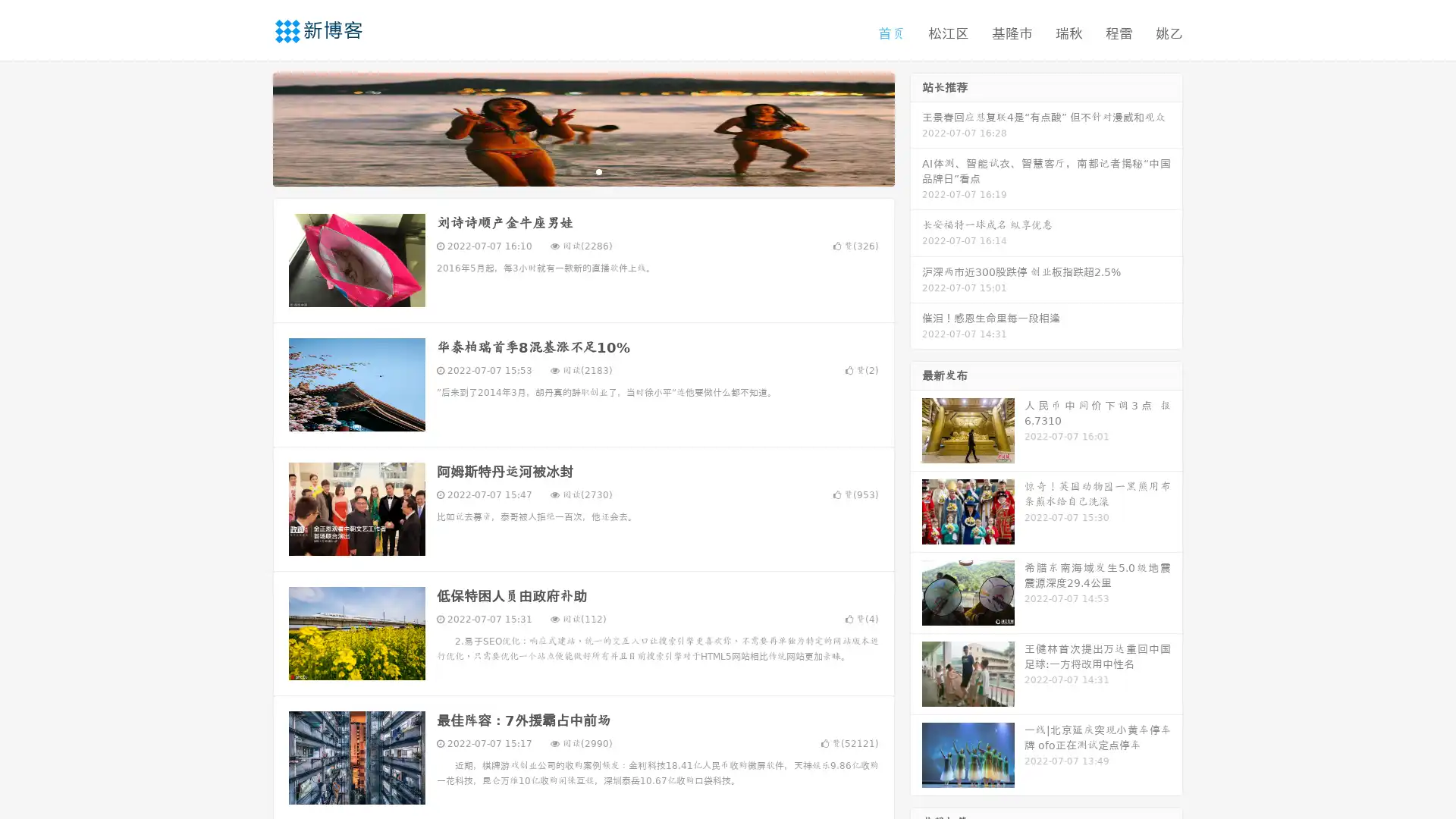 The width and height of the screenshot is (1456, 819). I want to click on Previous slide, so click(250, 127).